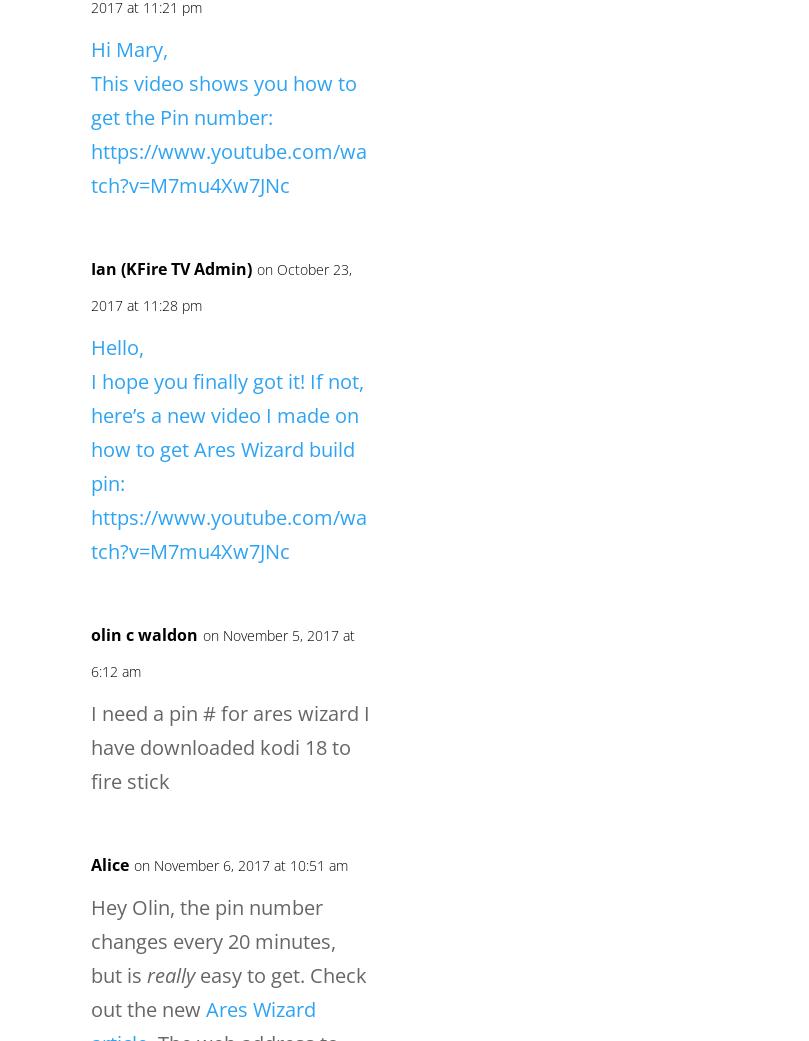 The height and width of the screenshot is (1041, 809). What do you see at coordinates (91, 267) in the screenshot?
I see `'Ian (KFire TV Admin)'` at bounding box center [91, 267].